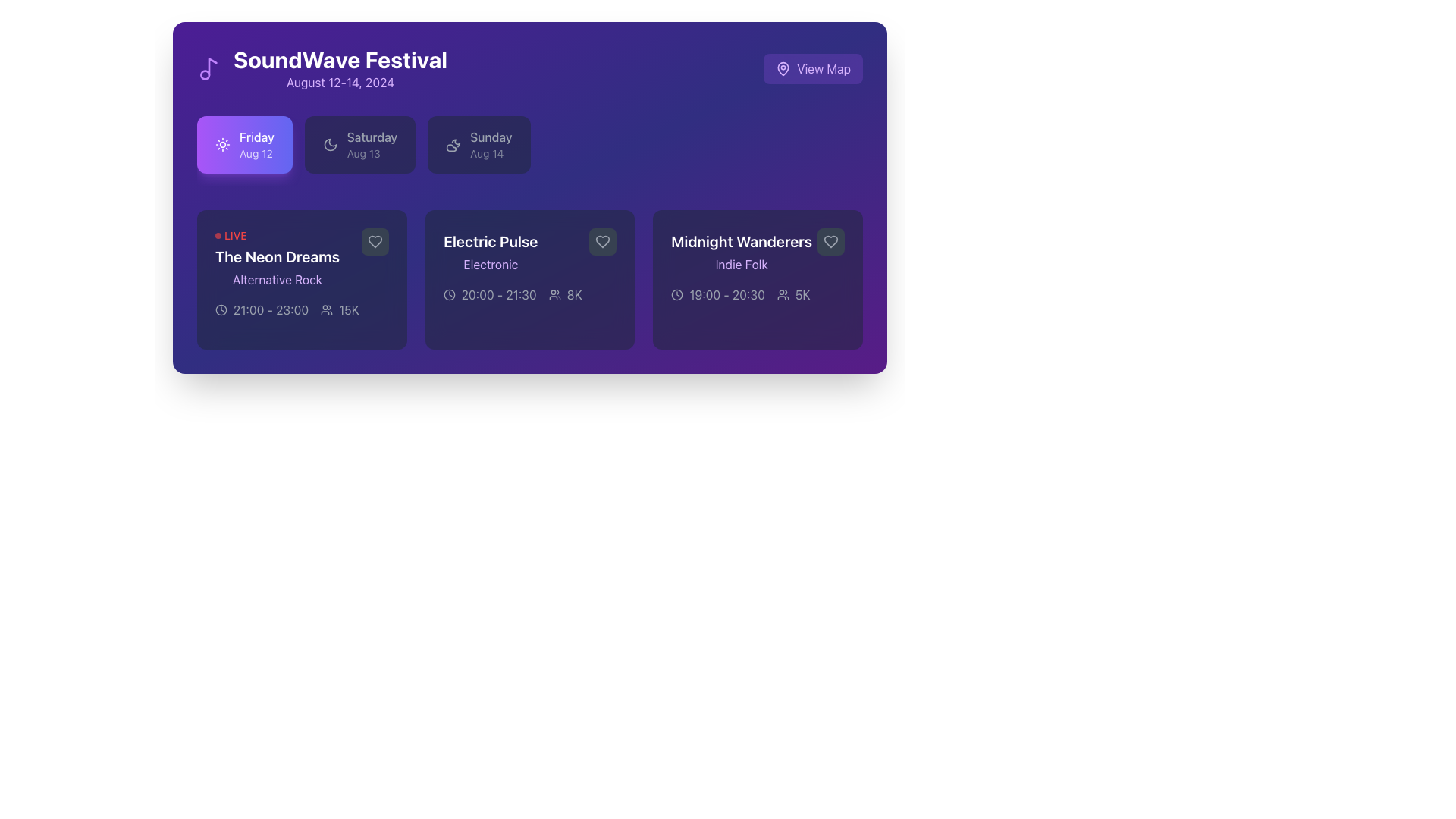 Image resolution: width=1456 pixels, height=819 pixels. I want to click on the compact vector-based graphical icon resembling a group of people, which is positioned to the left of the '5K' text label in the bottom-right card of the interface, so click(783, 295).